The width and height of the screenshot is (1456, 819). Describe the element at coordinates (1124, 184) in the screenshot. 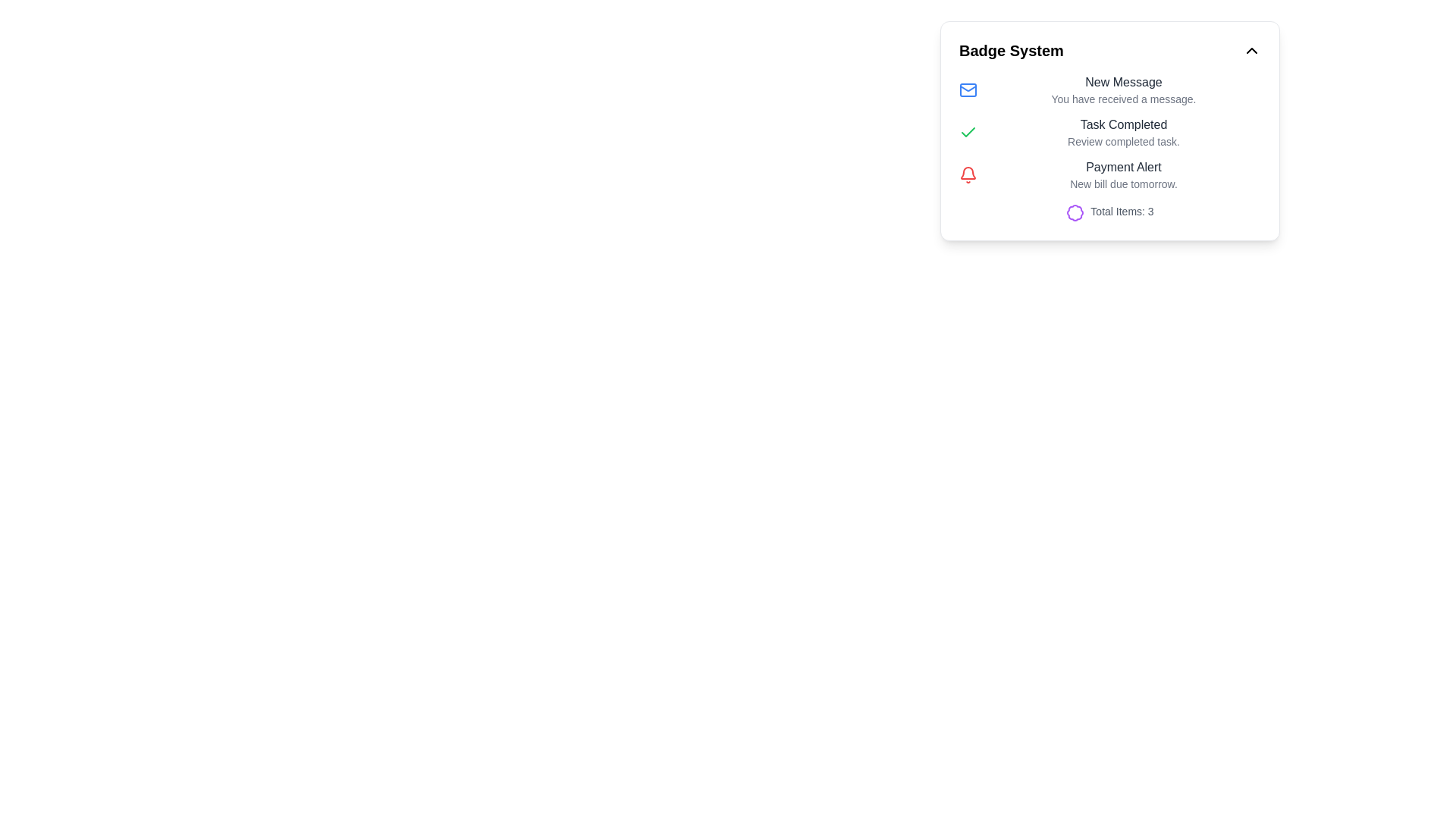

I see `the supplementary information text related to the payment alert, which is centrally aligned below the 'Payment Alert' text` at that location.